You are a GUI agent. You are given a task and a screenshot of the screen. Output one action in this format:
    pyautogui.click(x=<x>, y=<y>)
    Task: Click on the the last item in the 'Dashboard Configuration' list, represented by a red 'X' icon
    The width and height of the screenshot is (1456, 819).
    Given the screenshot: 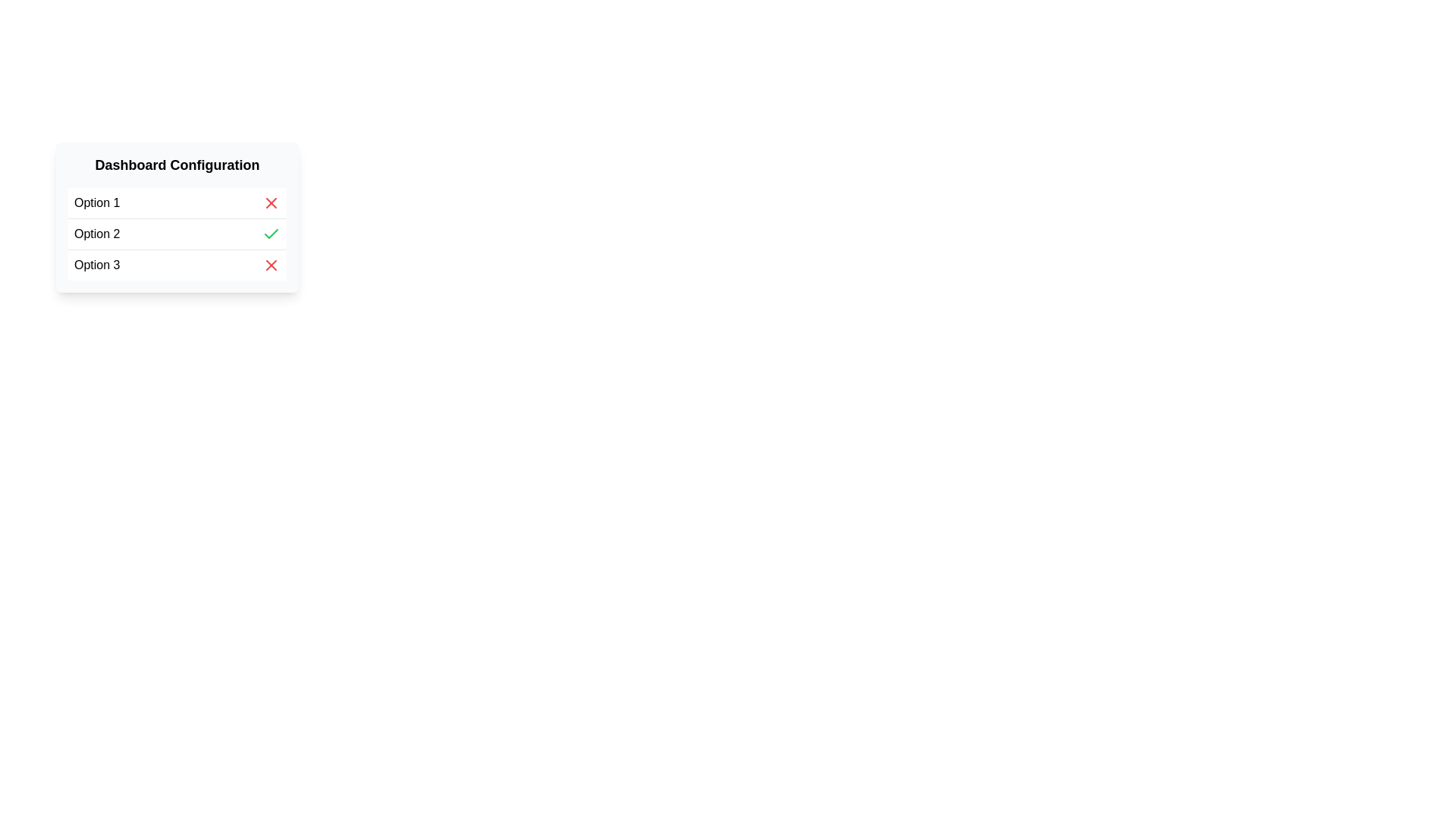 What is the action you would take?
    pyautogui.click(x=177, y=265)
    